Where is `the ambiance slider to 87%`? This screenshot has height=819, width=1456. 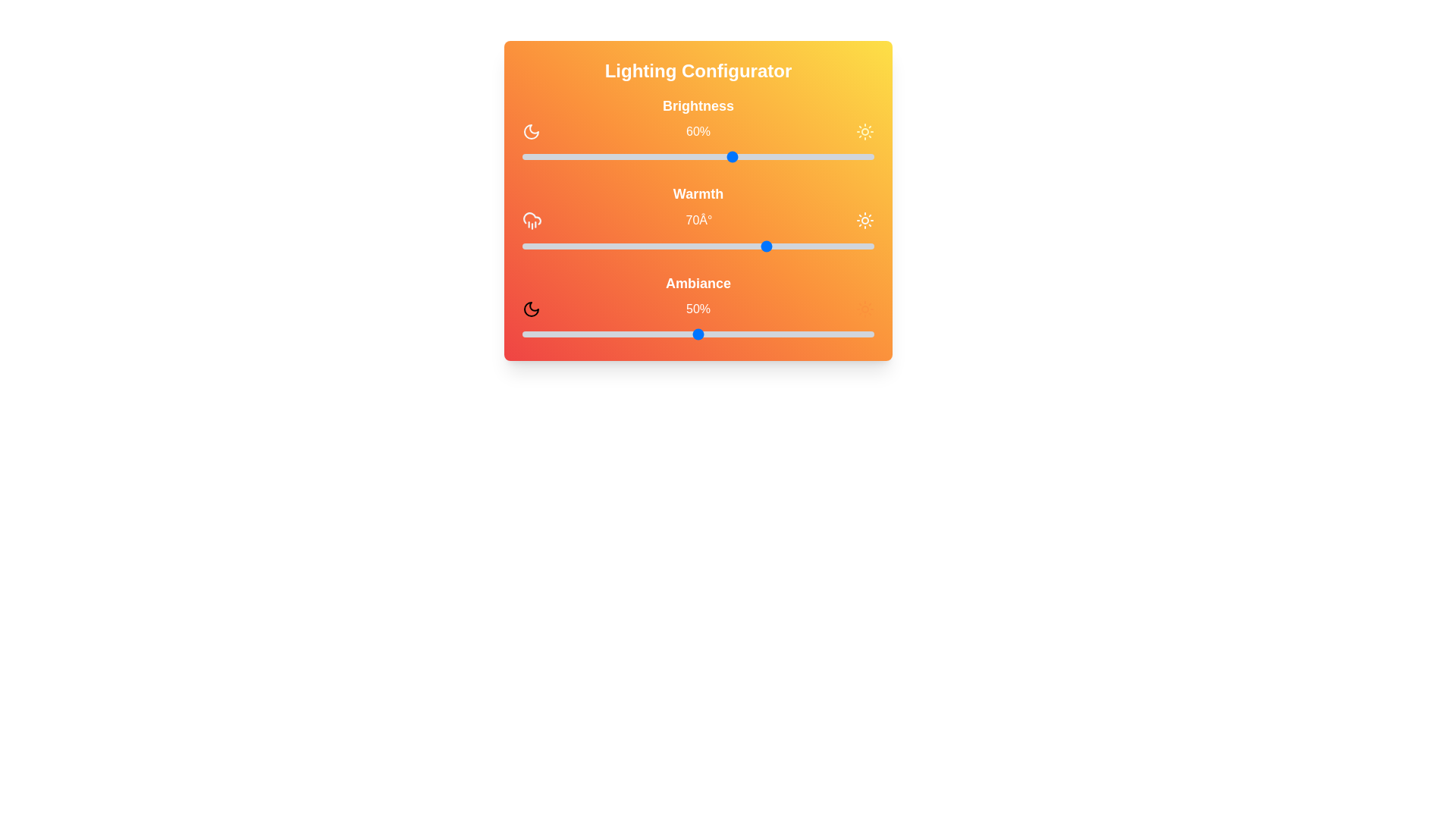 the ambiance slider to 87% is located at coordinates (827, 333).